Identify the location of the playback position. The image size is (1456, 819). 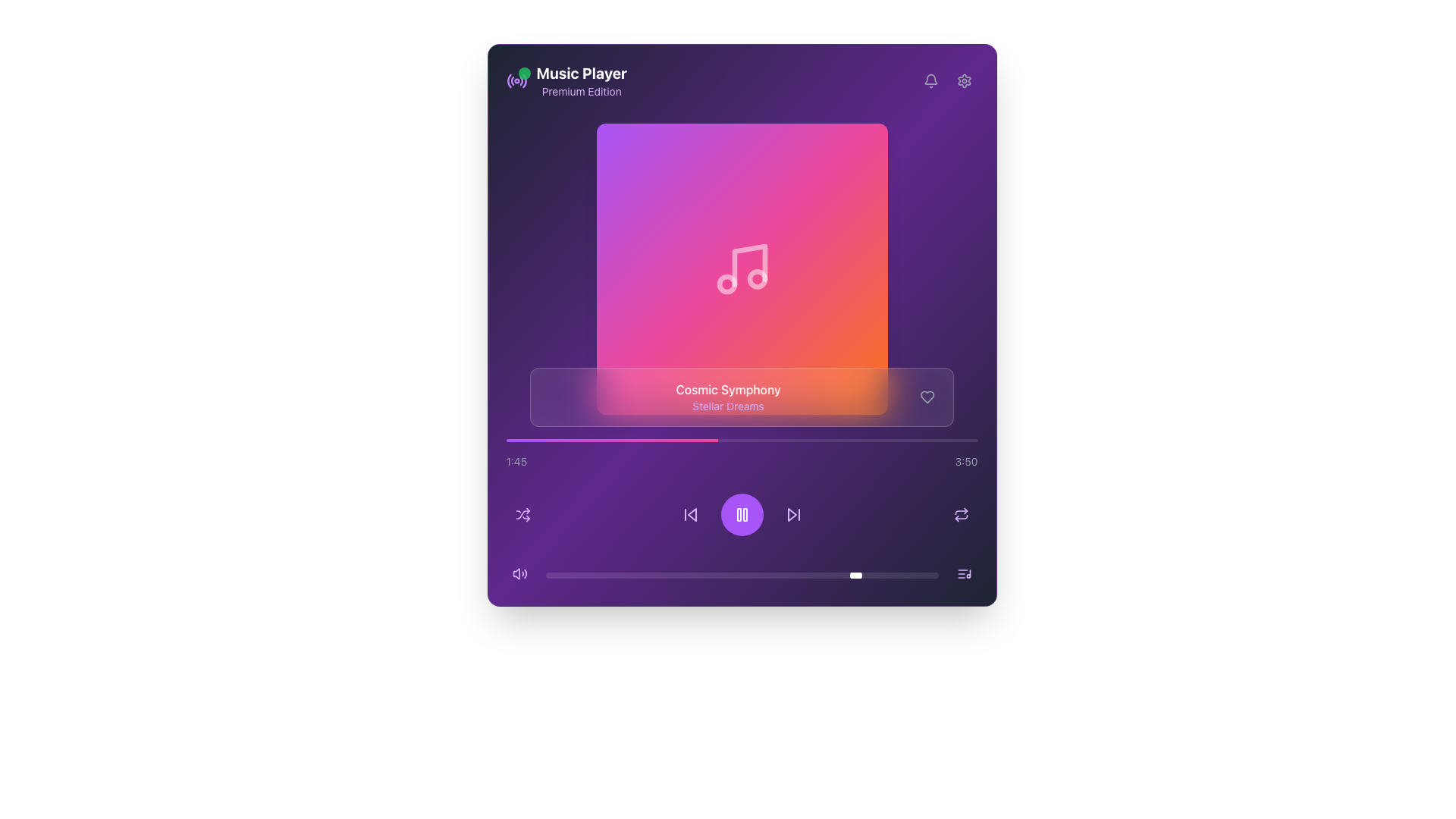
(826, 441).